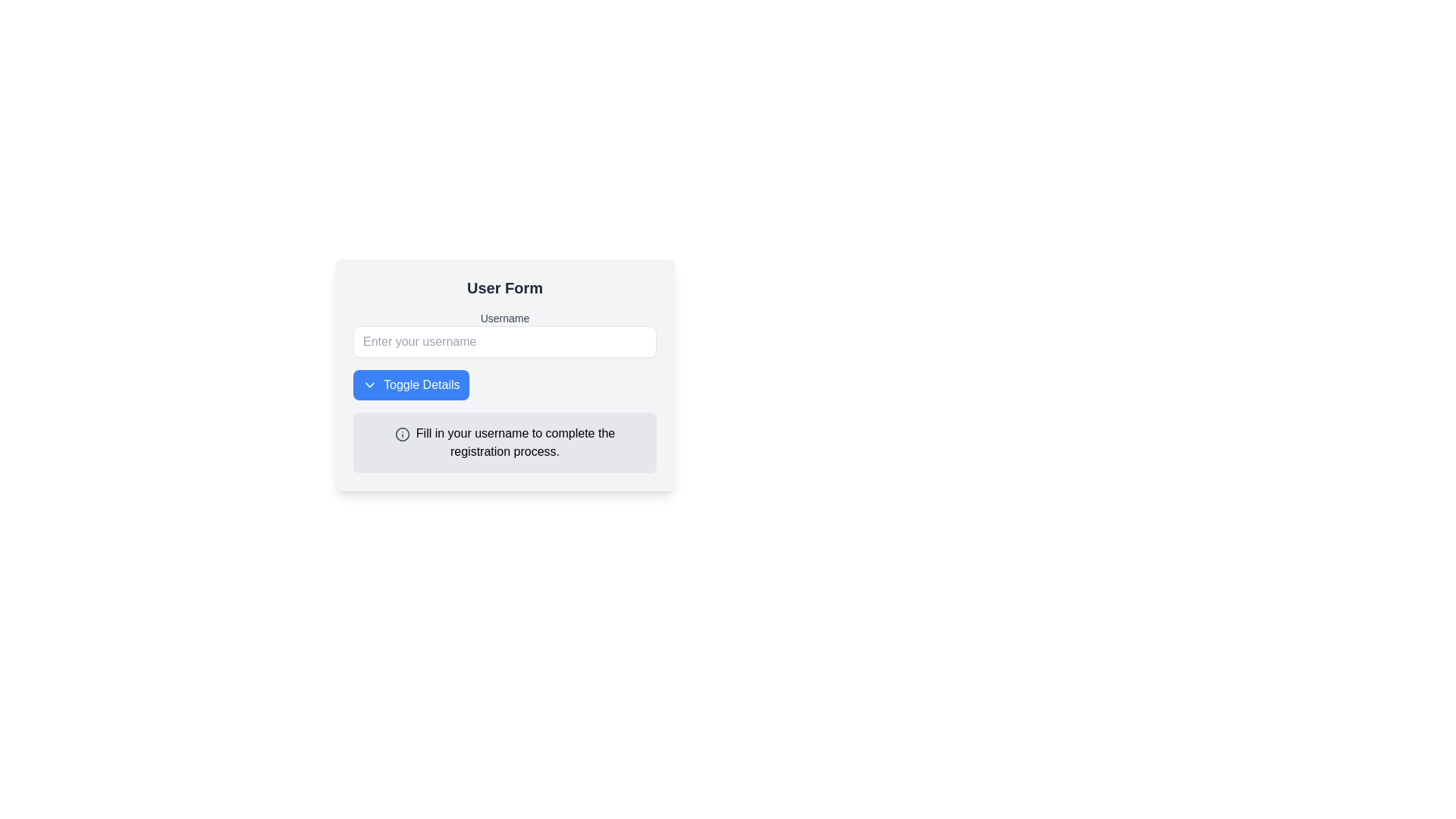 The width and height of the screenshot is (1456, 819). What do you see at coordinates (402, 434) in the screenshot?
I see `SVG Circle that serves as the circular border of the warning icon indicating a username is required for registration, located near the bottom of the user form` at bounding box center [402, 434].